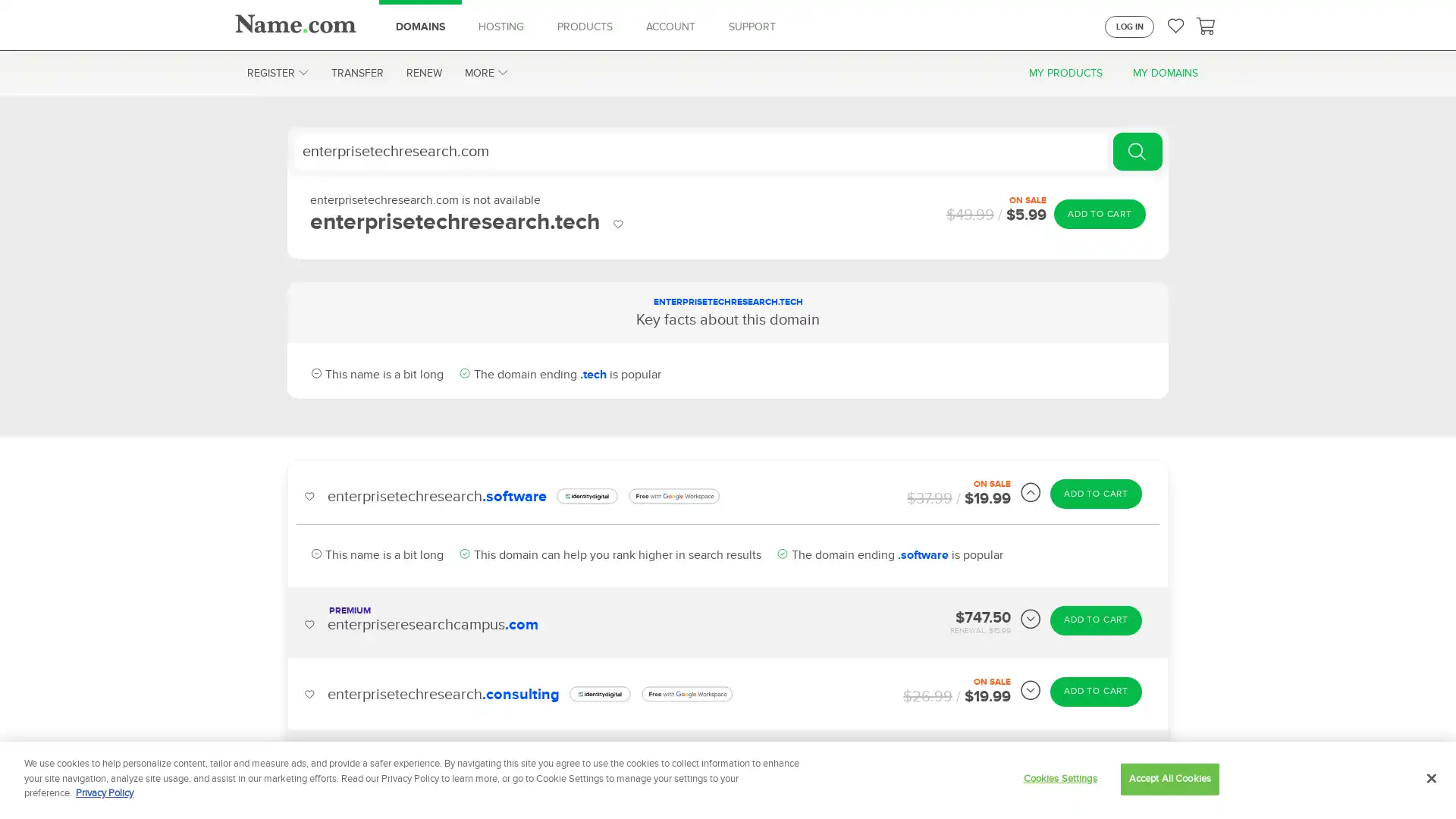 This screenshot has width=1456, height=819. I want to click on Accept All Cookies, so click(1169, 778).